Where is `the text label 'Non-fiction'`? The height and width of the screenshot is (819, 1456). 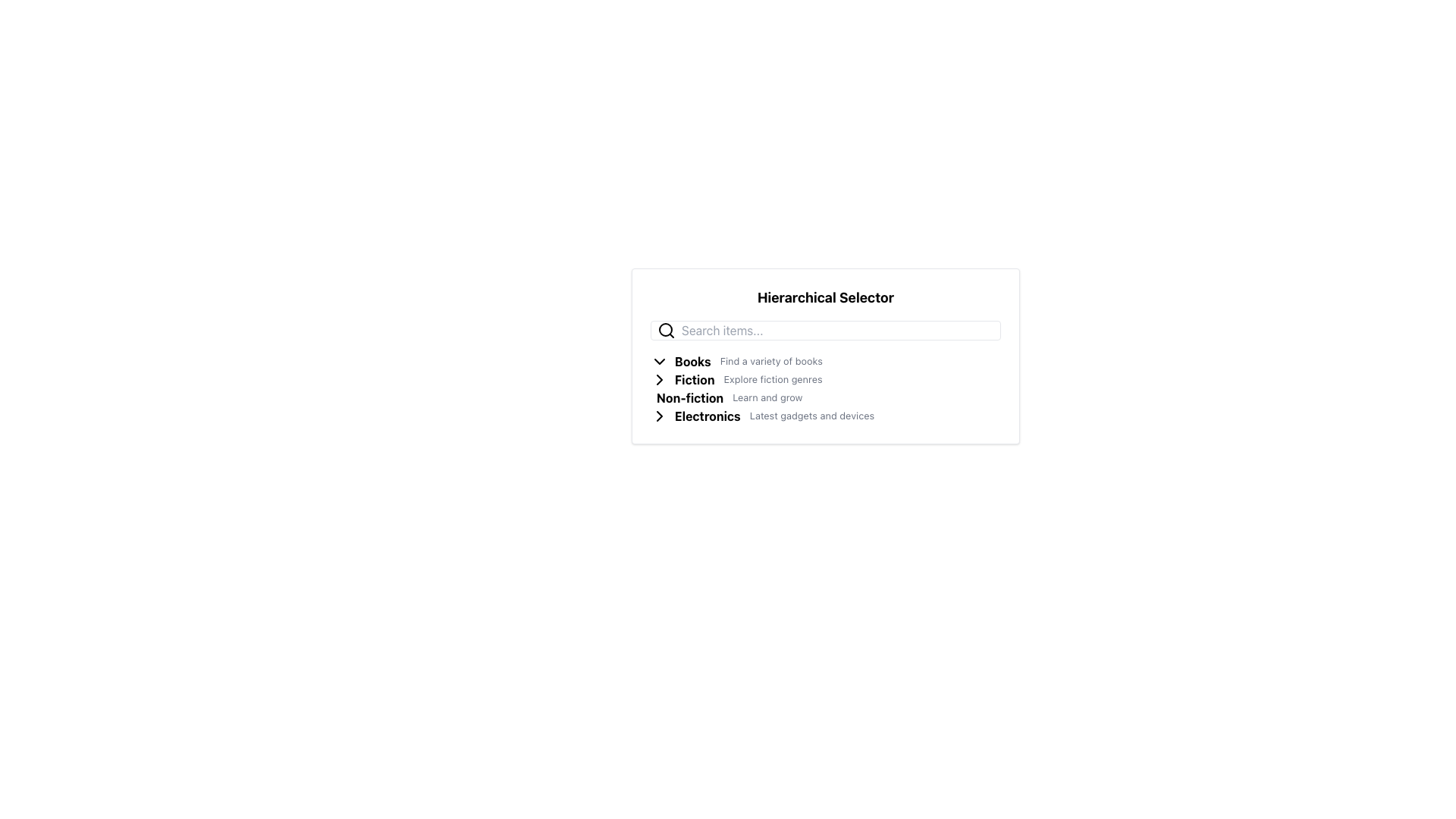 the text label 'Non-fiction' is located at coordinates (689, 397).